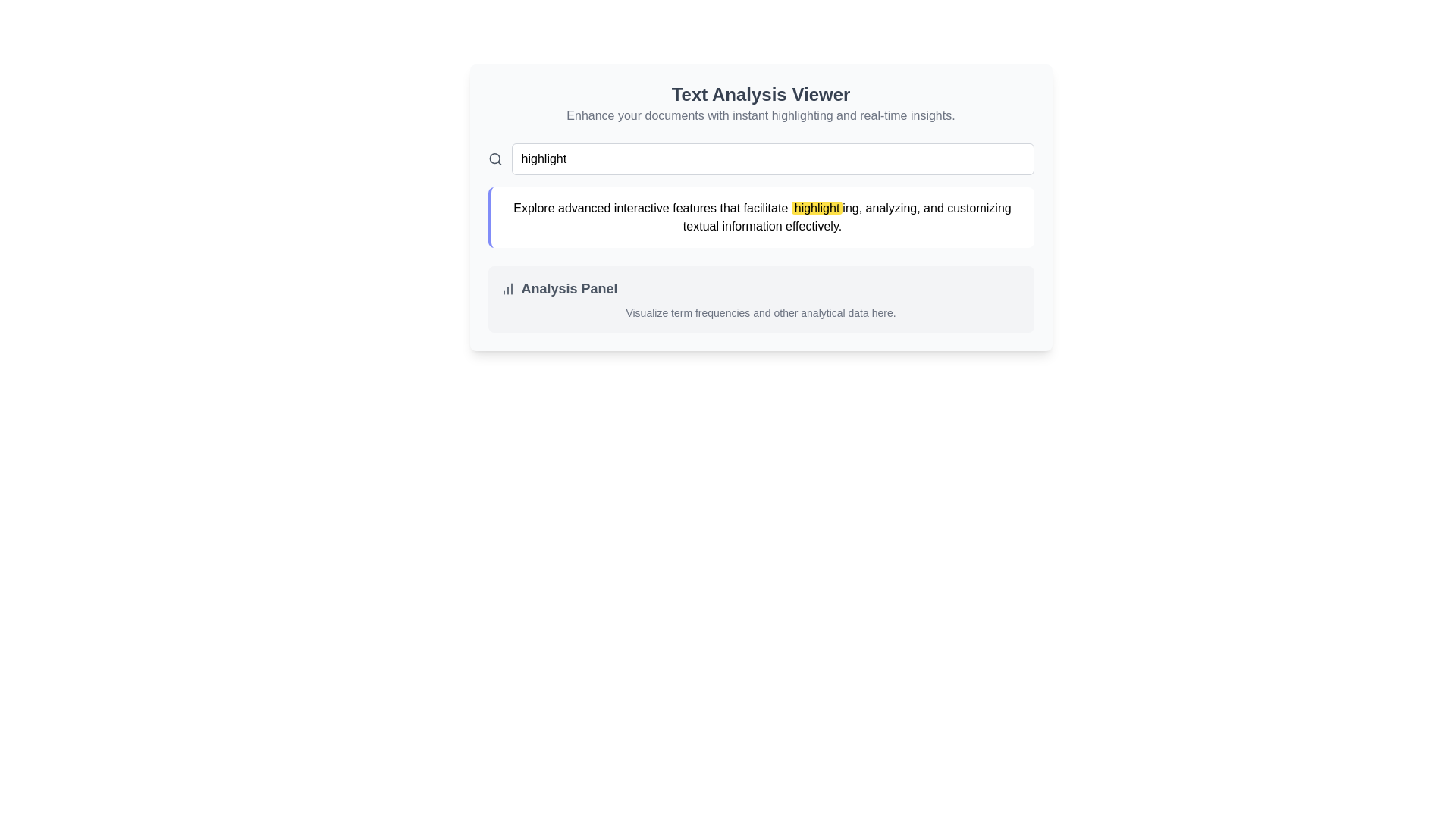 This screenshot has height=819, width=1456. I want to click on the circular component of the search icon located within the search bar at the upper center of the layout, so click(494, 158).